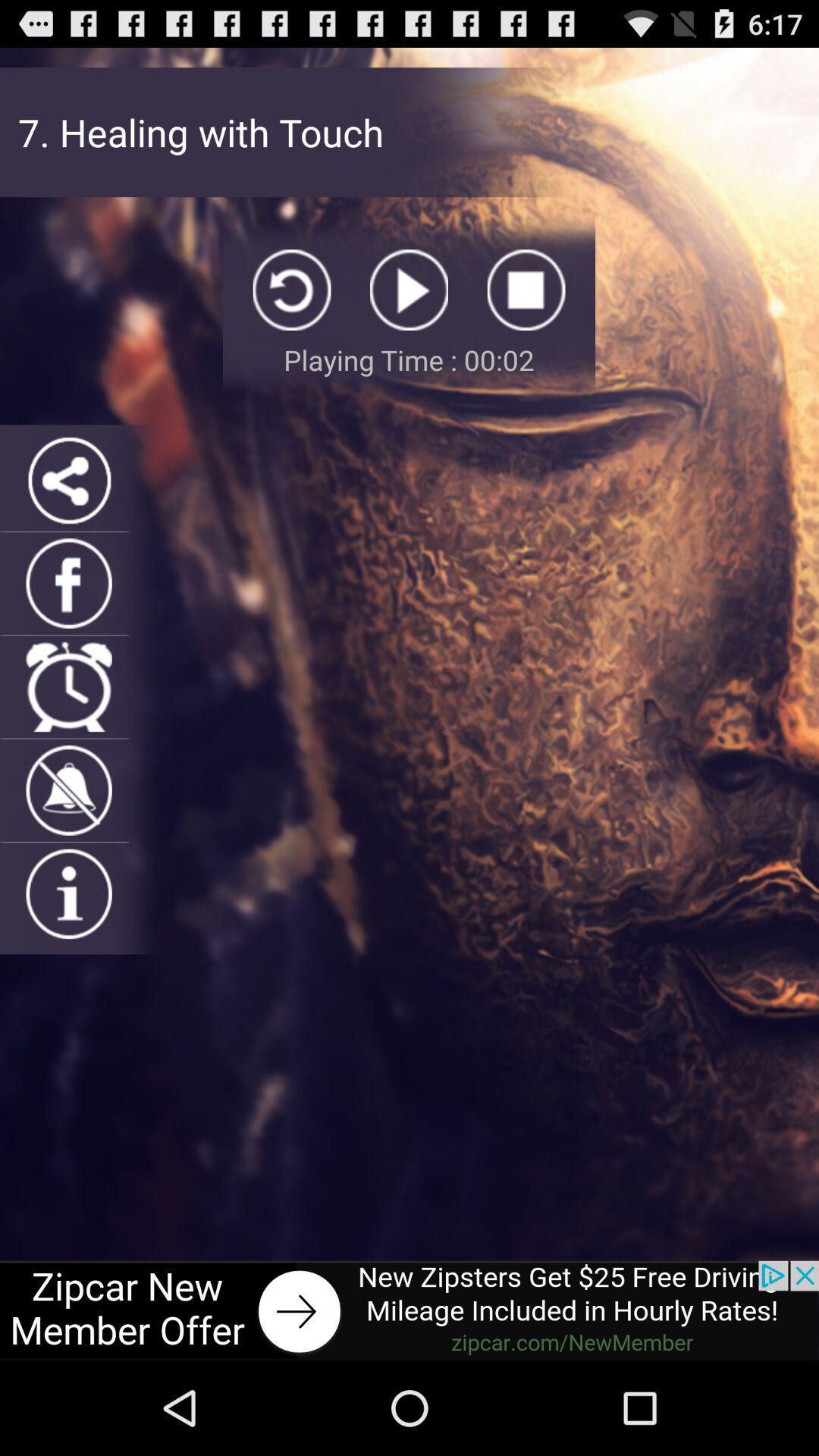 The image size is (819, 1456). What do you see at coordinates (69, 955) in the screenshot?
I see `the info icon` at bounding box center [69, 955].